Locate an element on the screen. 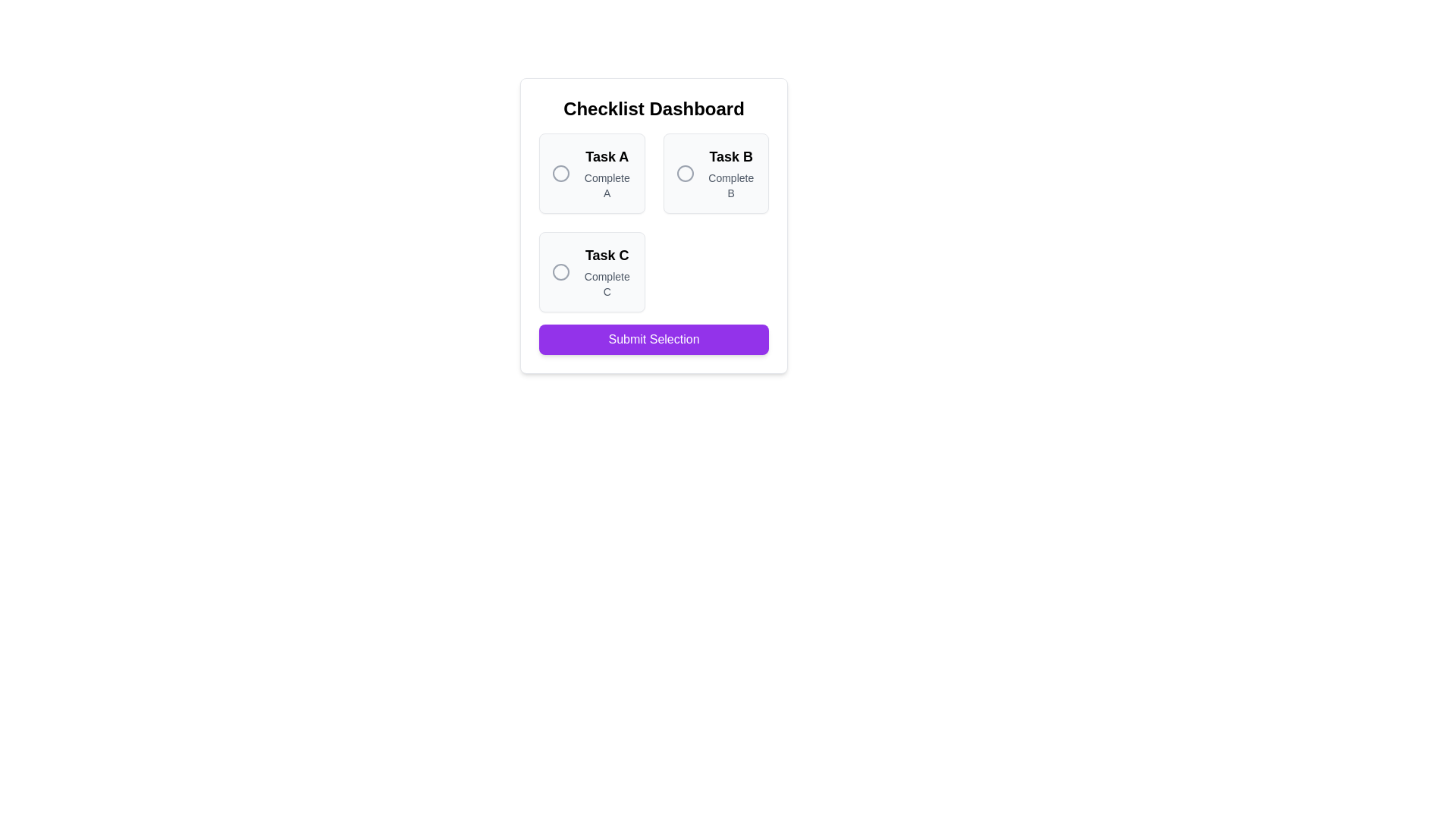  the text label 'Task C', which is bold and larger than surrounding texts, located in the checklist section as the third task item is located at coordinates (607, 254).